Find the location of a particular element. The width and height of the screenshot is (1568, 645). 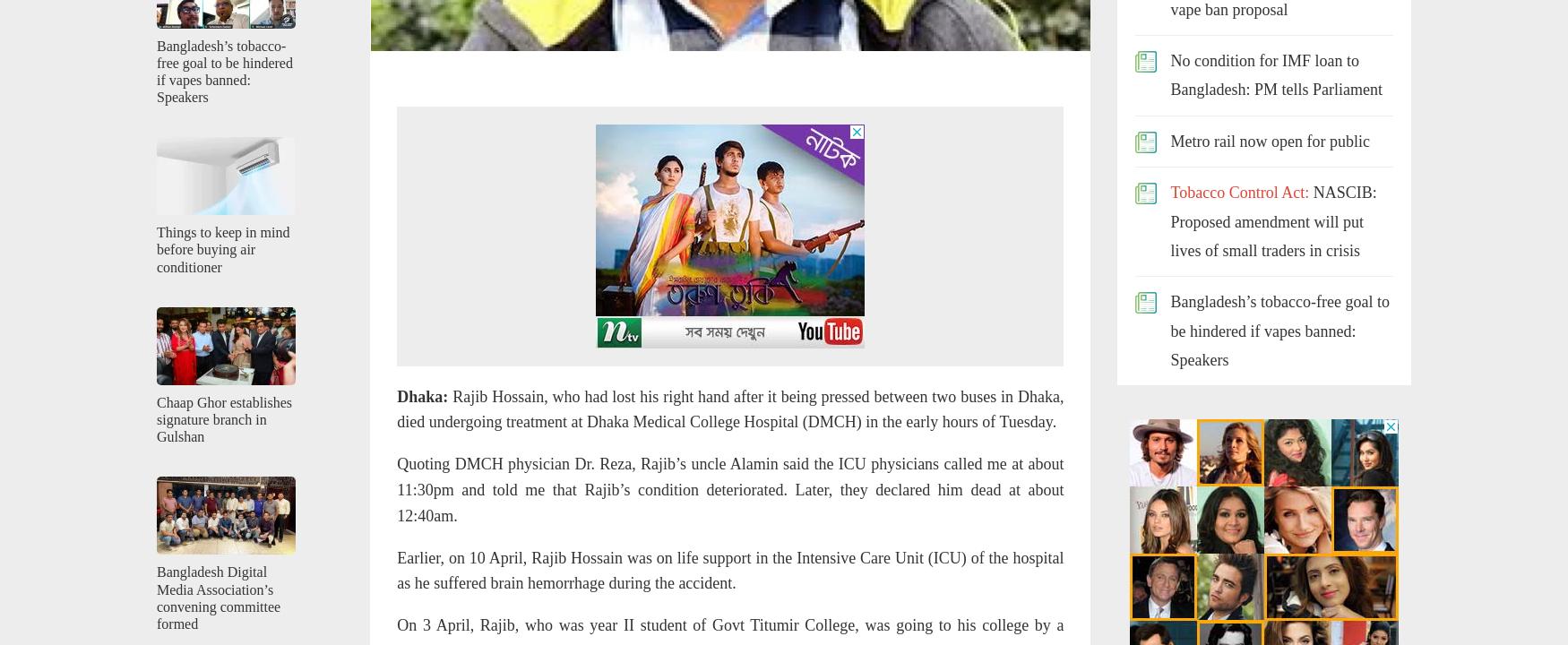

'No condition for IMF loan to Bangladesh: PM tells Parliament' is located at coordinates (1274, 73).